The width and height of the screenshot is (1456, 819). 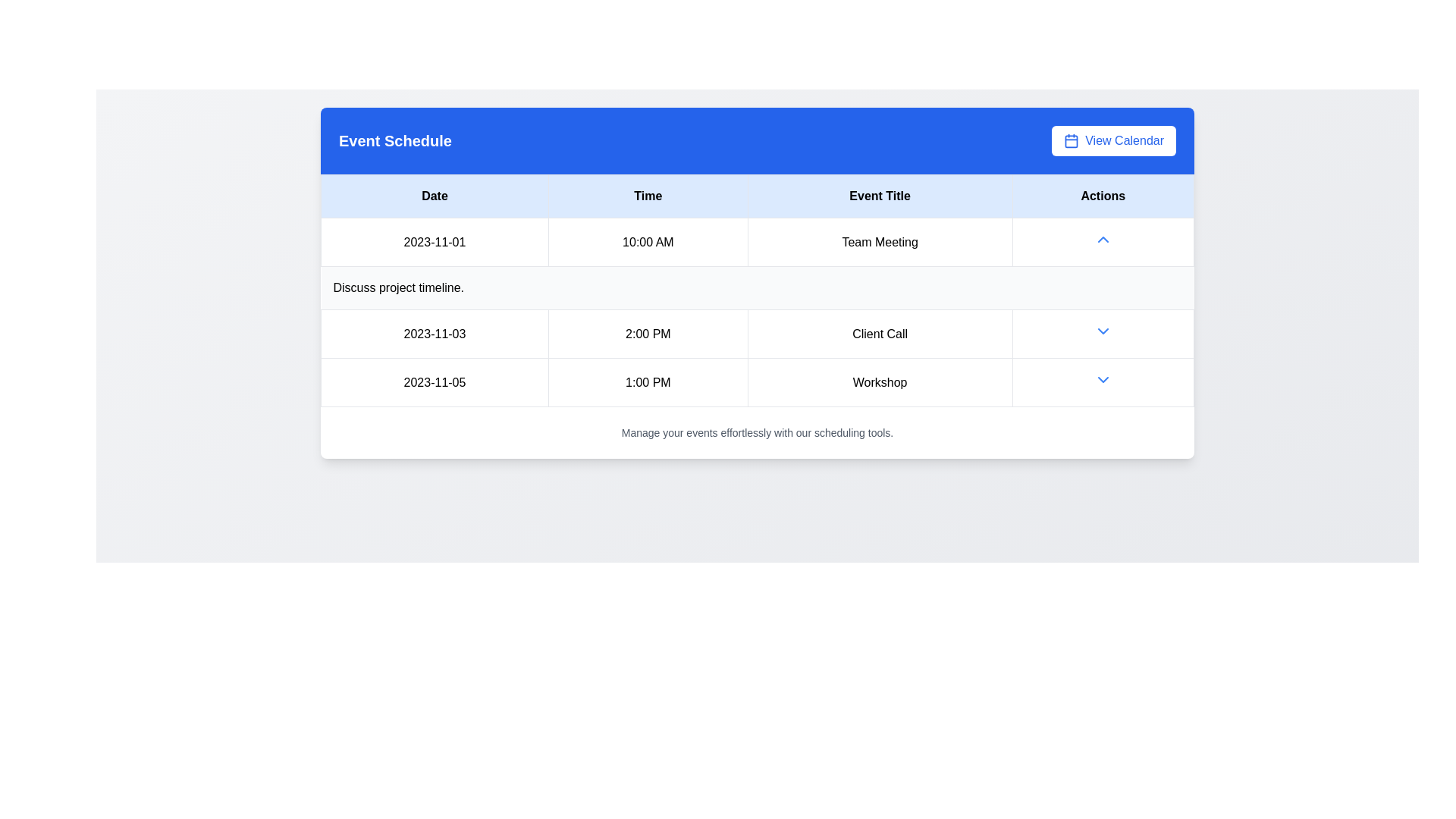 What do you see at coordinates (1071, 141) in the screenshot?
I see `the SVG Rectangle representing the main body of the calendar icon next to the 'View Calendar' button in the top-right corner of the header` at bounding box center [1071, 141].